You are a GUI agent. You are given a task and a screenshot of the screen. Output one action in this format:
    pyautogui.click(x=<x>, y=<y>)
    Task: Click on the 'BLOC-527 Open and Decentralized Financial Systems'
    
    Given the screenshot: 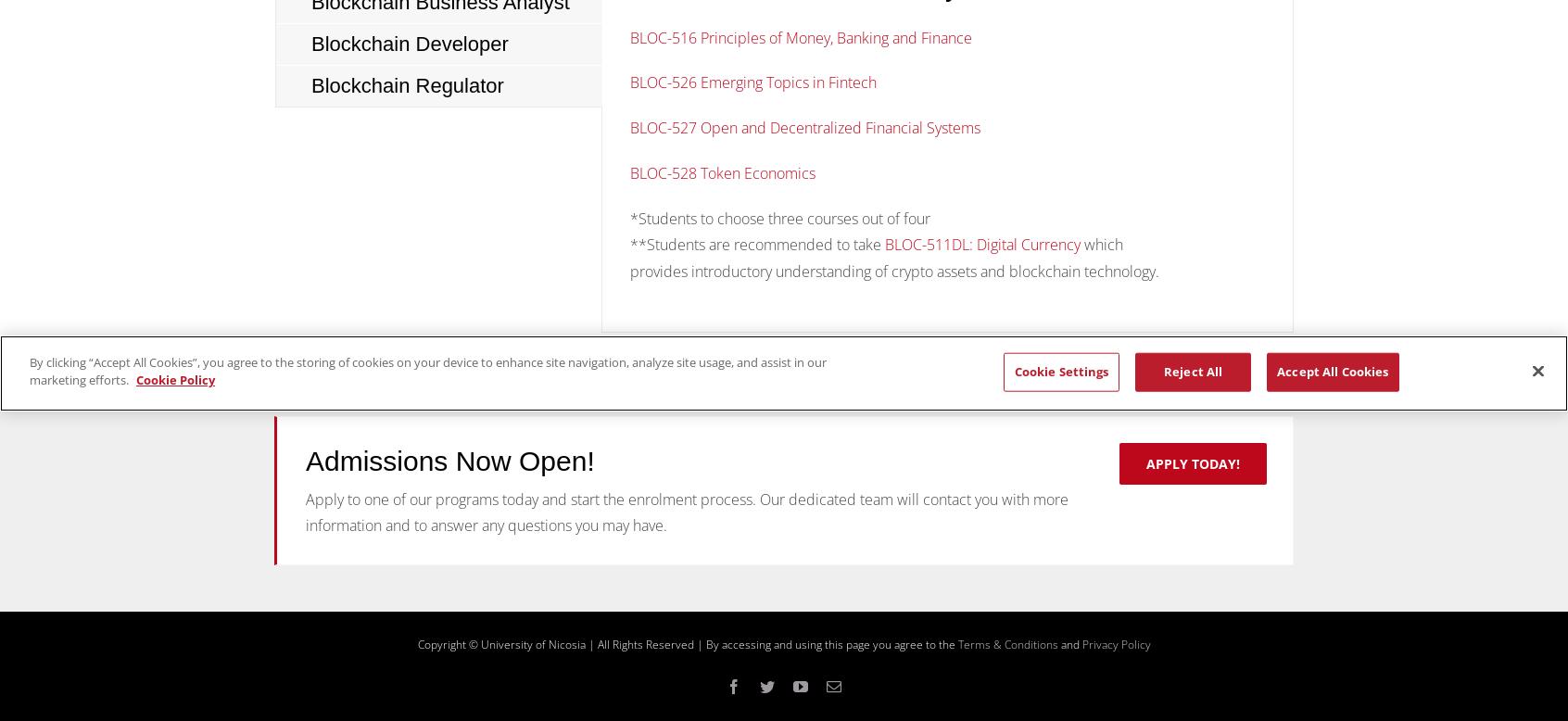 What is the action you would take?
    pyautogui.click(x=805, y=128)
    